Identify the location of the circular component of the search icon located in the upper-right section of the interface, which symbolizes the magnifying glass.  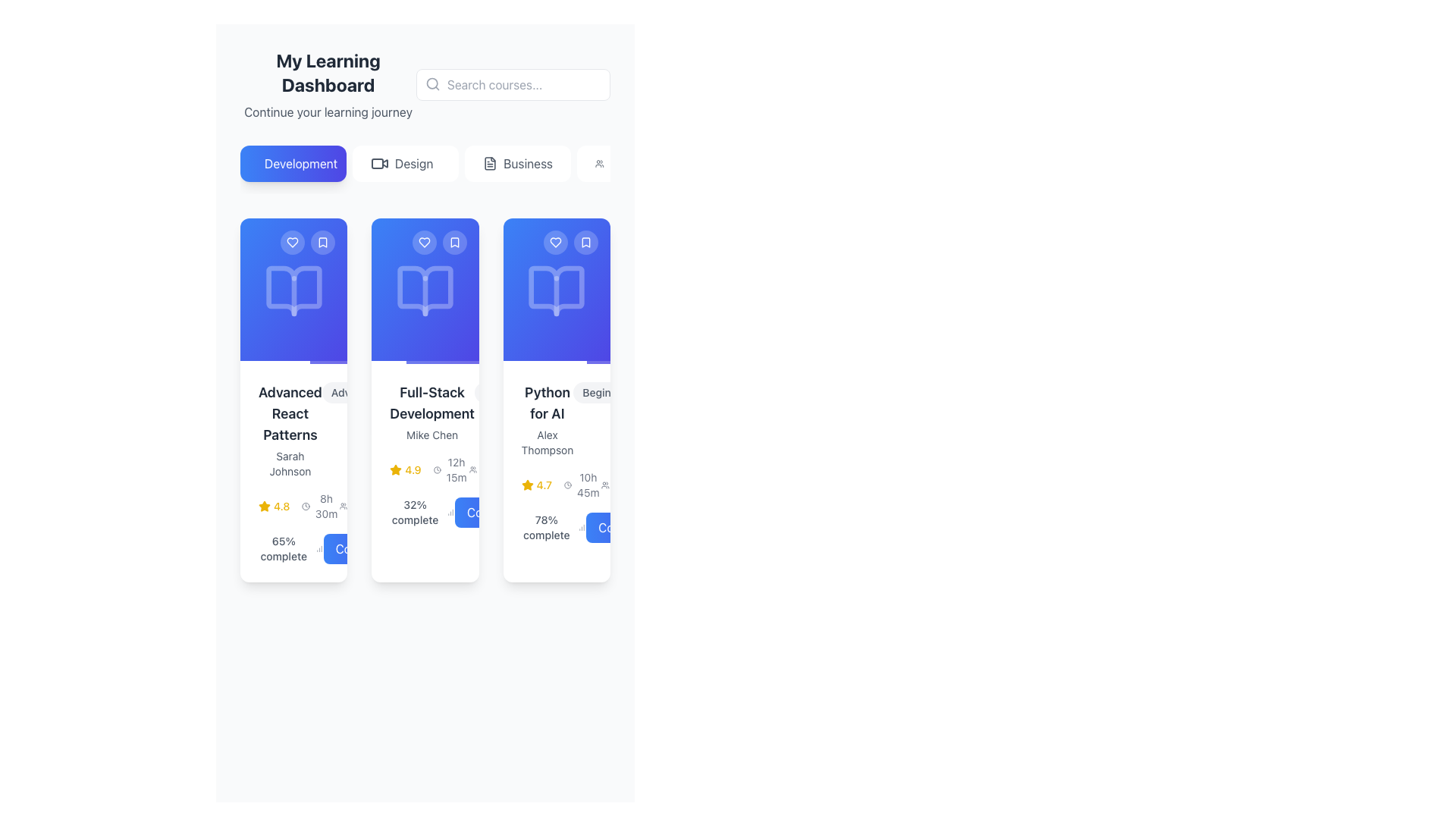
(431, 83).